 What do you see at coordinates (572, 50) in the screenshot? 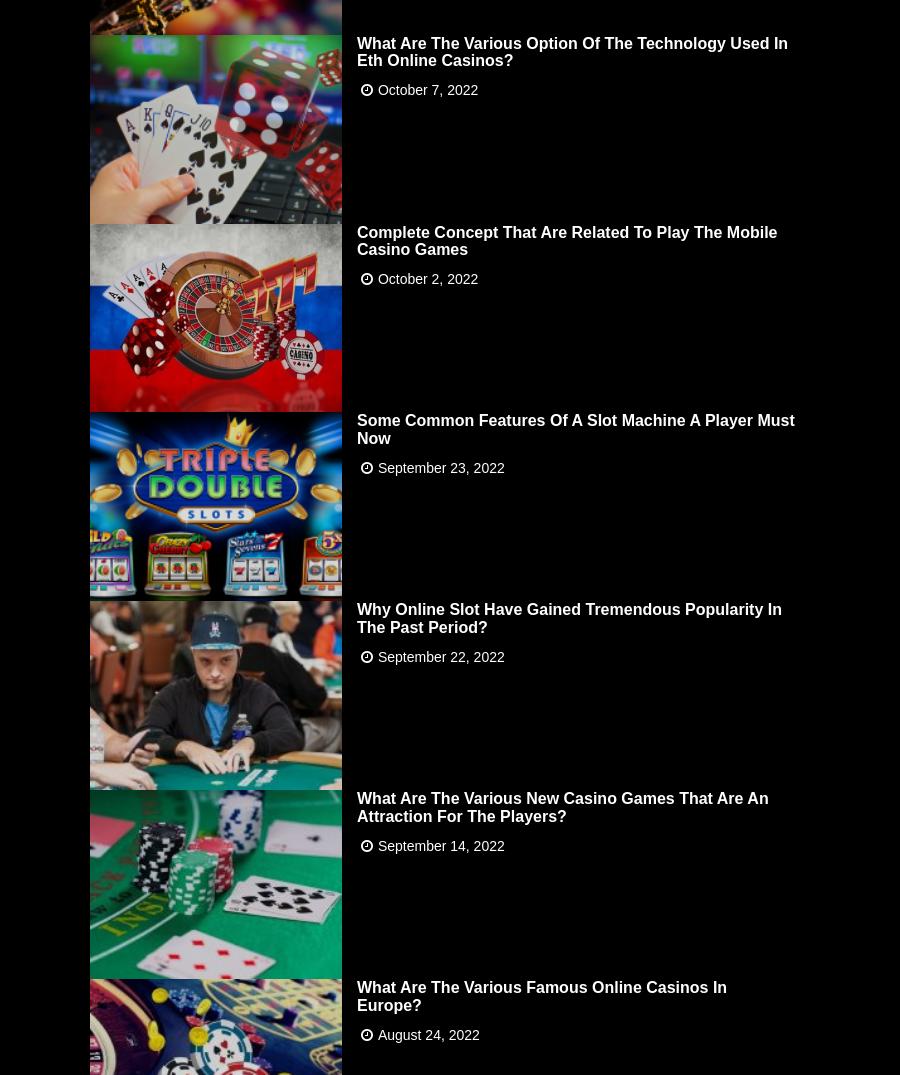
I see `'What Are The Various Option Of The Technology Used In Eth Online Casinos?'` at bounding box center [572, 50].